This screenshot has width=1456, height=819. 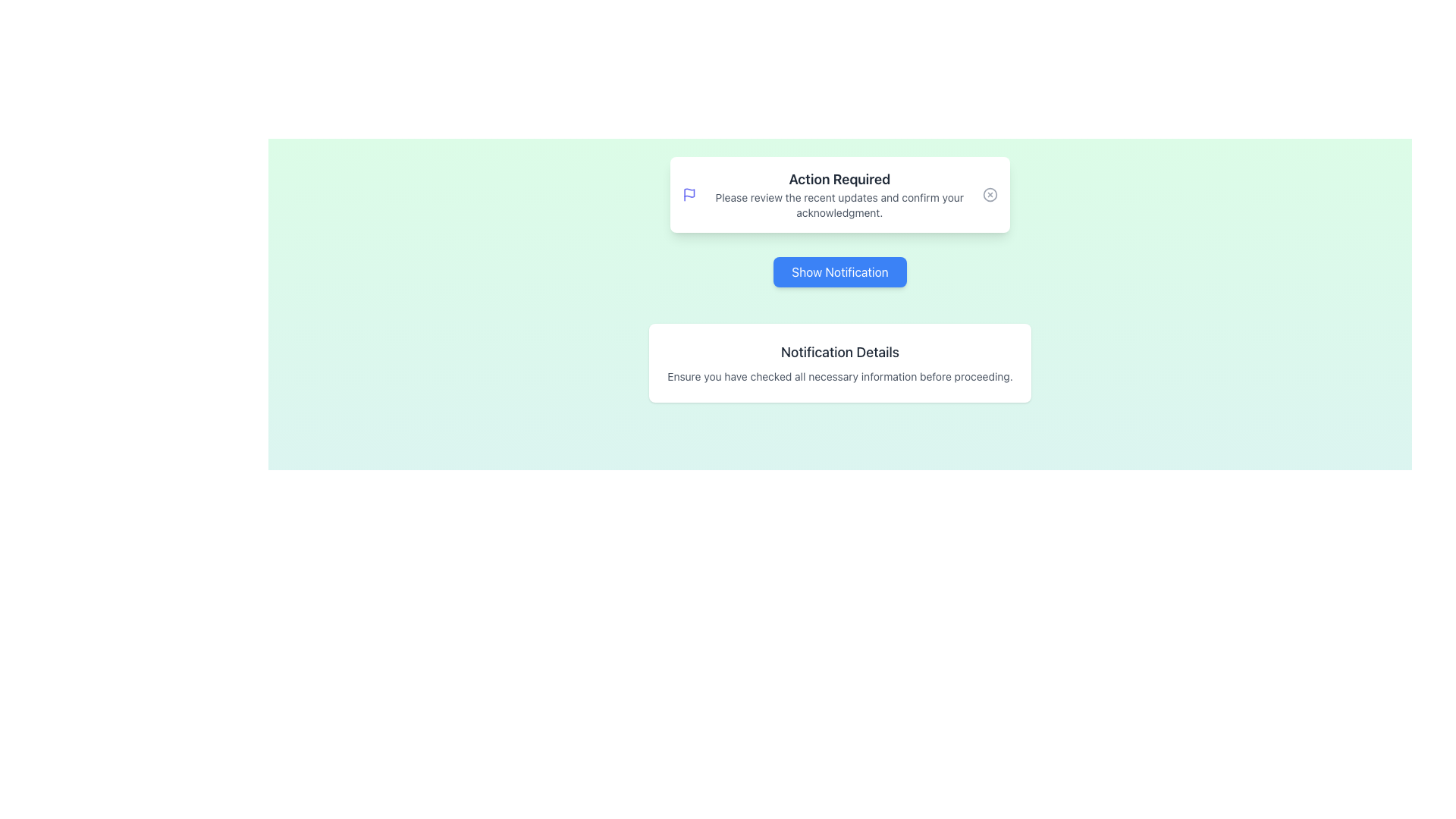 I want to click on the rectangular button with rounded corners and a blue background labeled 'Show Notification', so click(x=839, y=271).